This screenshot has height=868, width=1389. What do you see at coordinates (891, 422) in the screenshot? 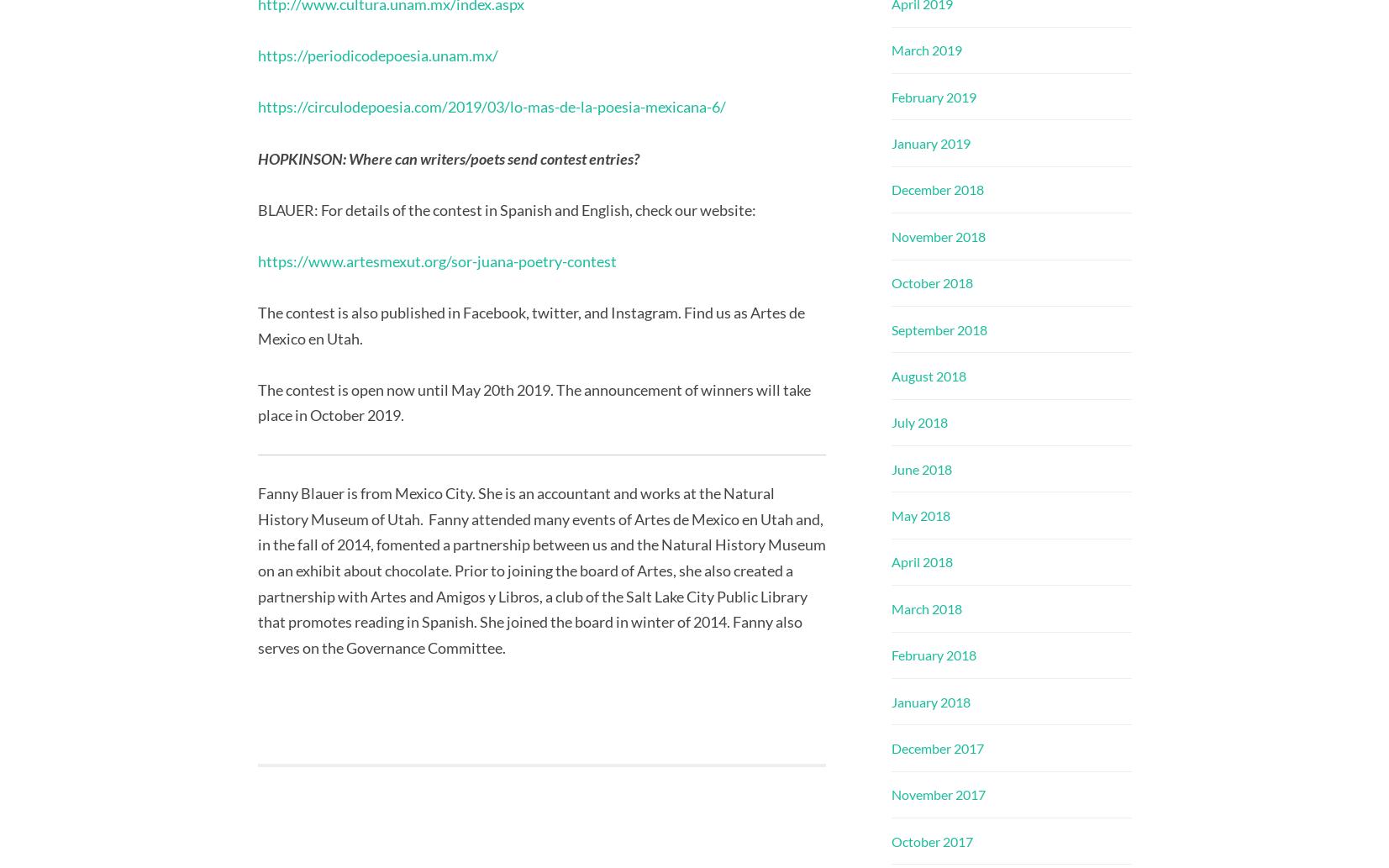
I see `'July 2018'` at bounding box center [891, 422].